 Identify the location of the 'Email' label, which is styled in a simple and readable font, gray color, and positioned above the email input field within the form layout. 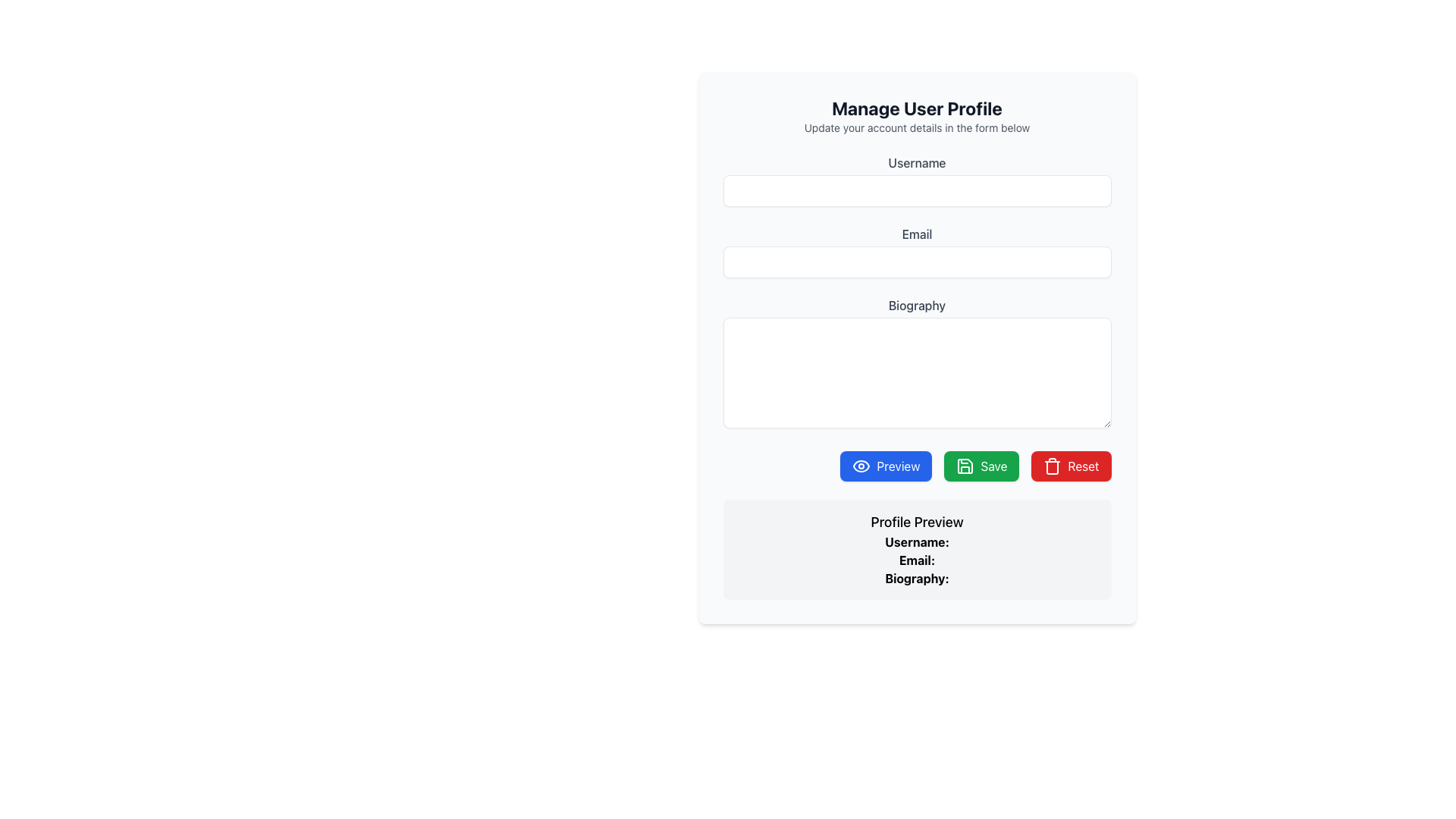
(916, 234).